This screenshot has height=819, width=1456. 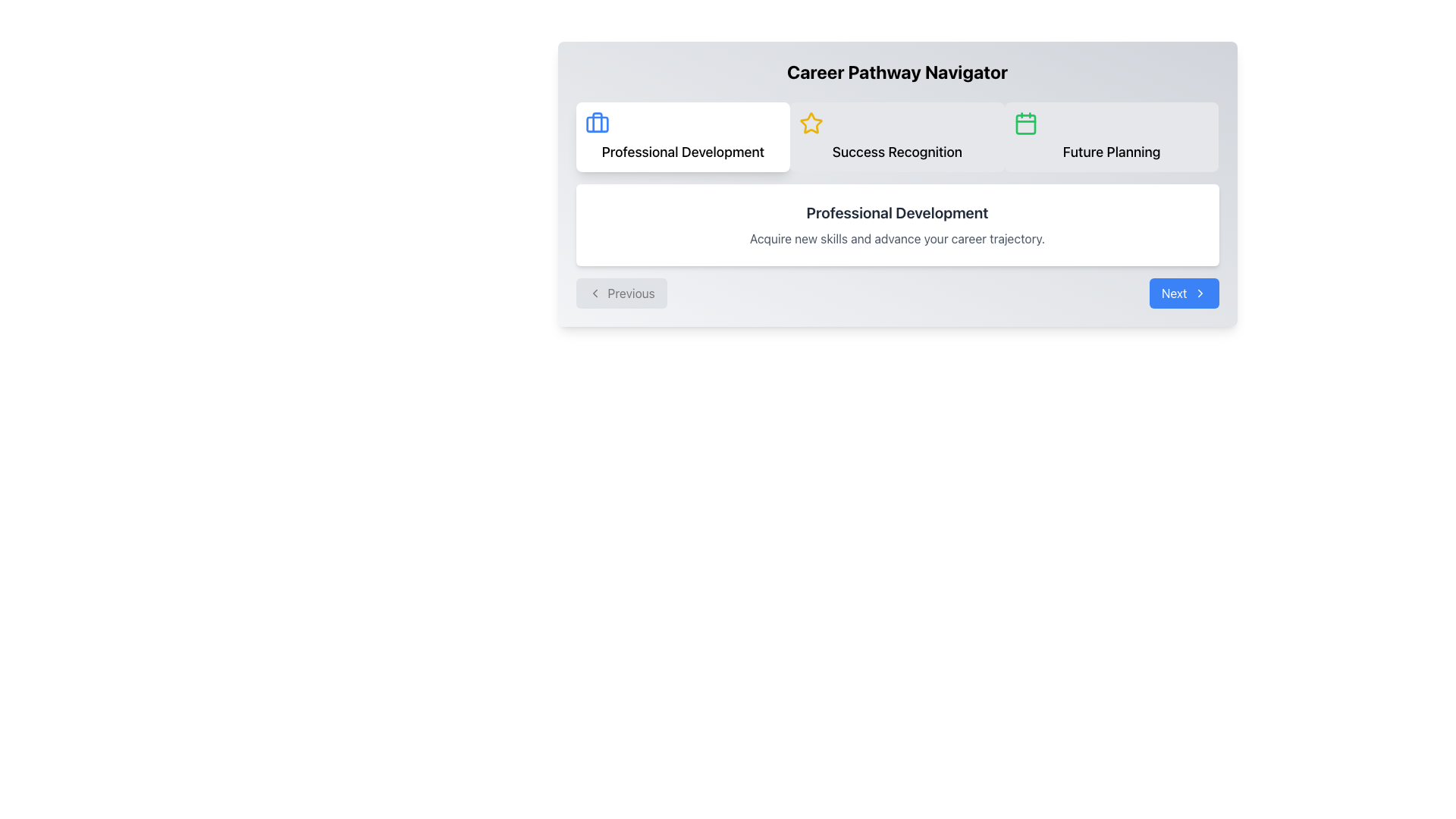 I want to click on the calendar icon located under the 'Career Pathway Navigator' heading, so click(x=1025, y=124).